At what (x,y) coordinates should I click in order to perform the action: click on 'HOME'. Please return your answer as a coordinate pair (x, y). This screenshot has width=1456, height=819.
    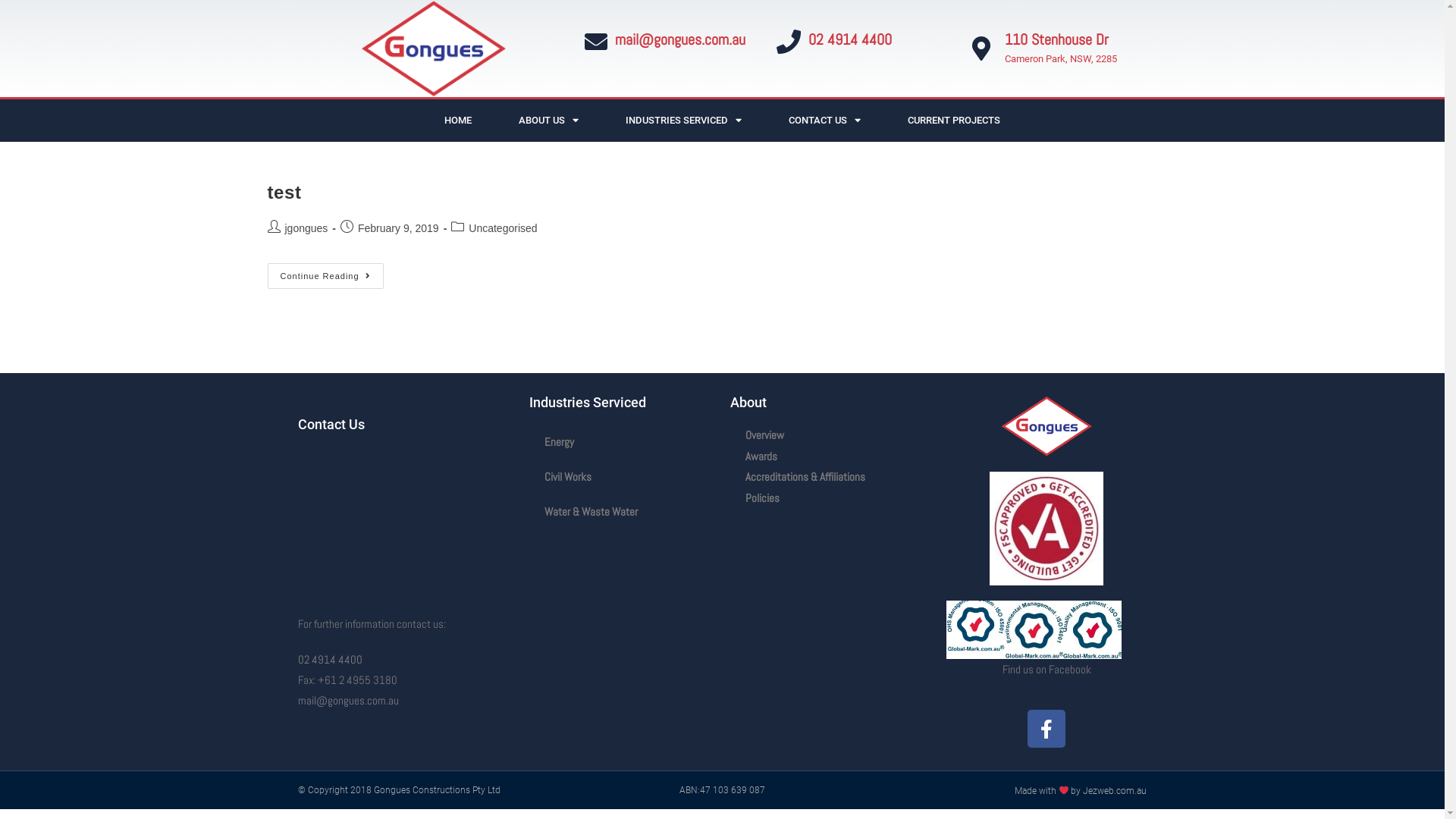
    Looking at the image, I should click on (457, 119).